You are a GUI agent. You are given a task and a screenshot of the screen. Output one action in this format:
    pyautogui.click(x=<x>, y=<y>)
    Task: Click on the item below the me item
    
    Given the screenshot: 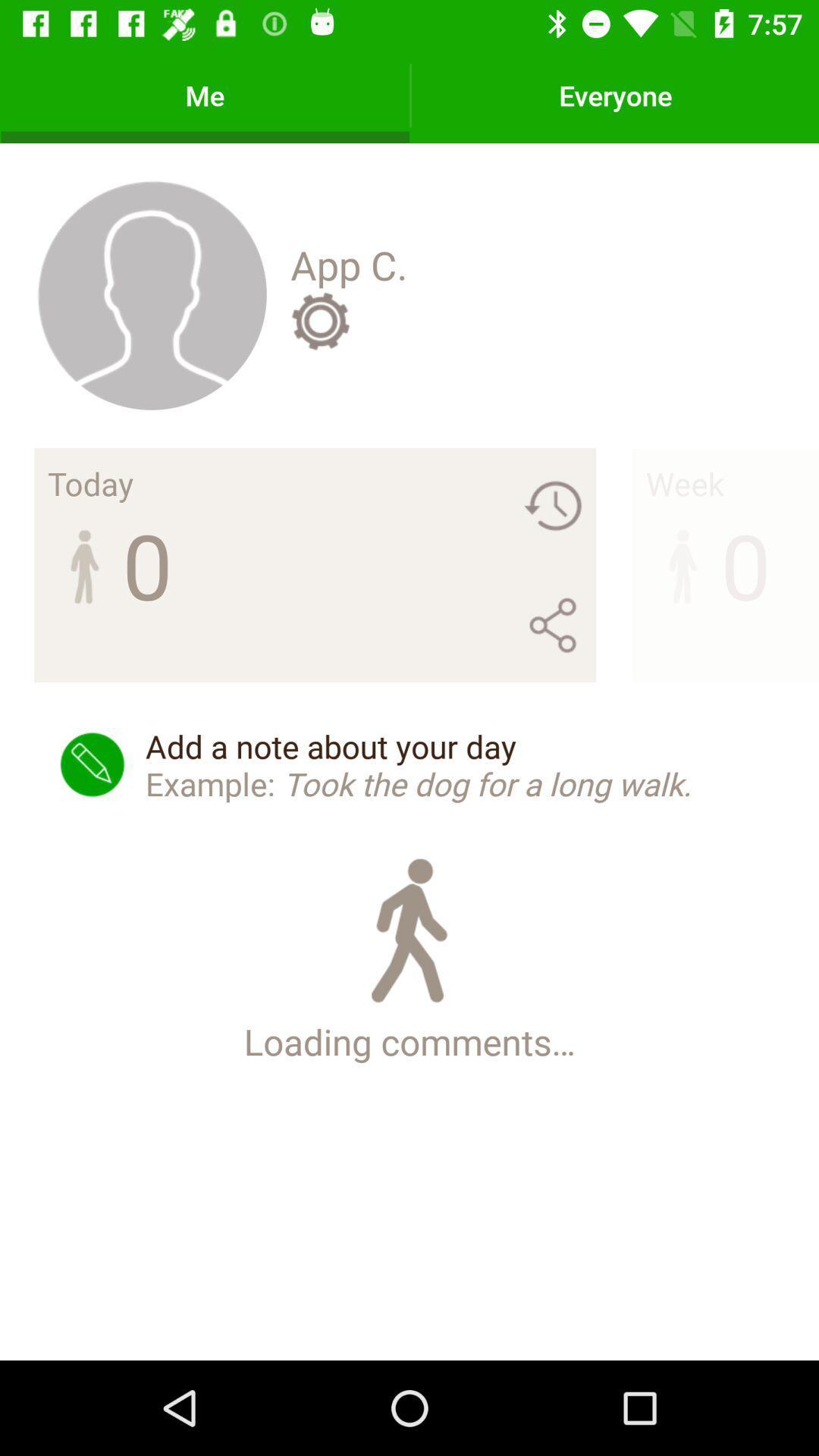 What is the action you would take?
    pyautogui.click(x=151, y=294)
    